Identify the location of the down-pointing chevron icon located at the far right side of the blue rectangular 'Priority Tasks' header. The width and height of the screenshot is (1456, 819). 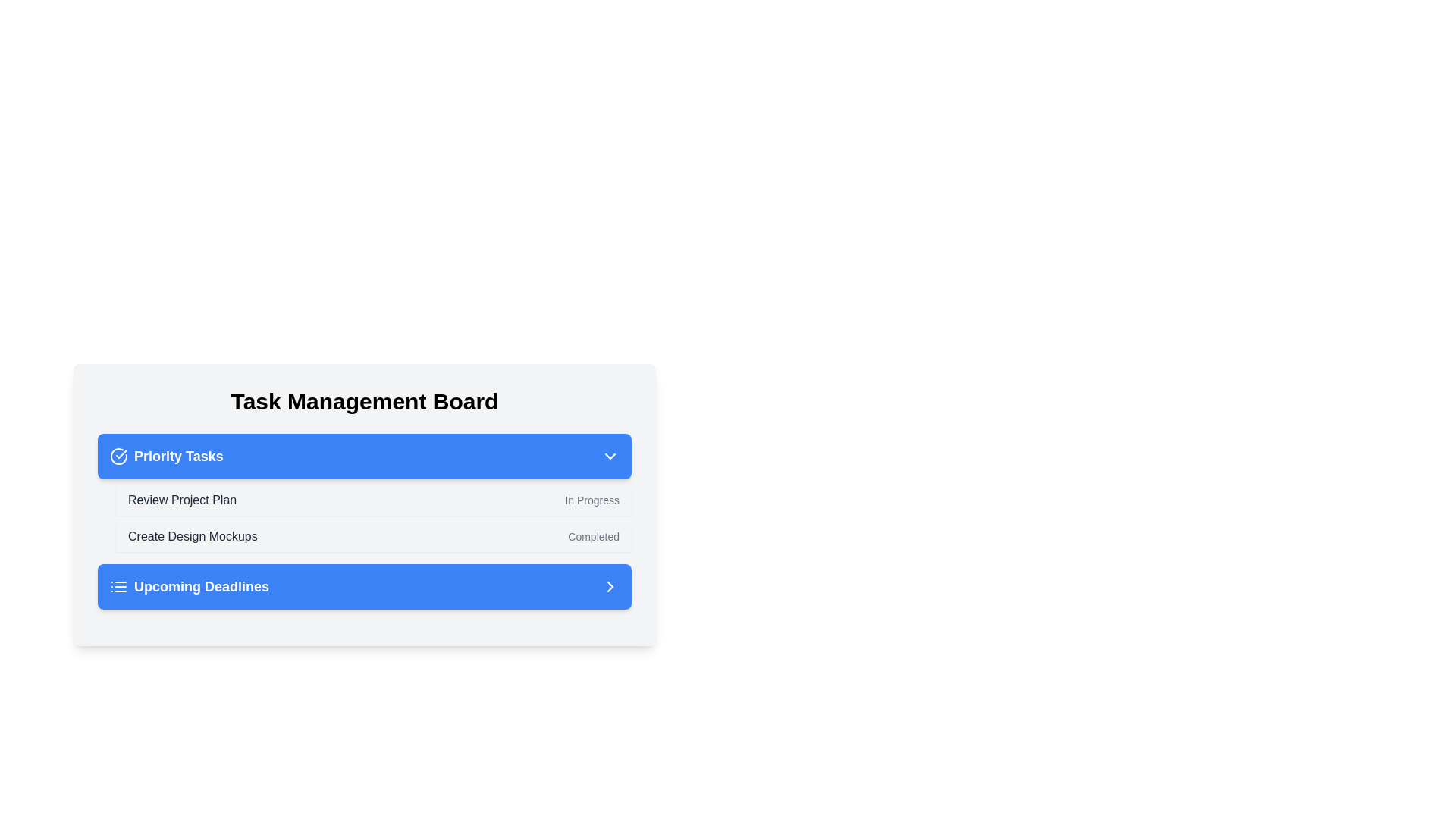
(610, 455).